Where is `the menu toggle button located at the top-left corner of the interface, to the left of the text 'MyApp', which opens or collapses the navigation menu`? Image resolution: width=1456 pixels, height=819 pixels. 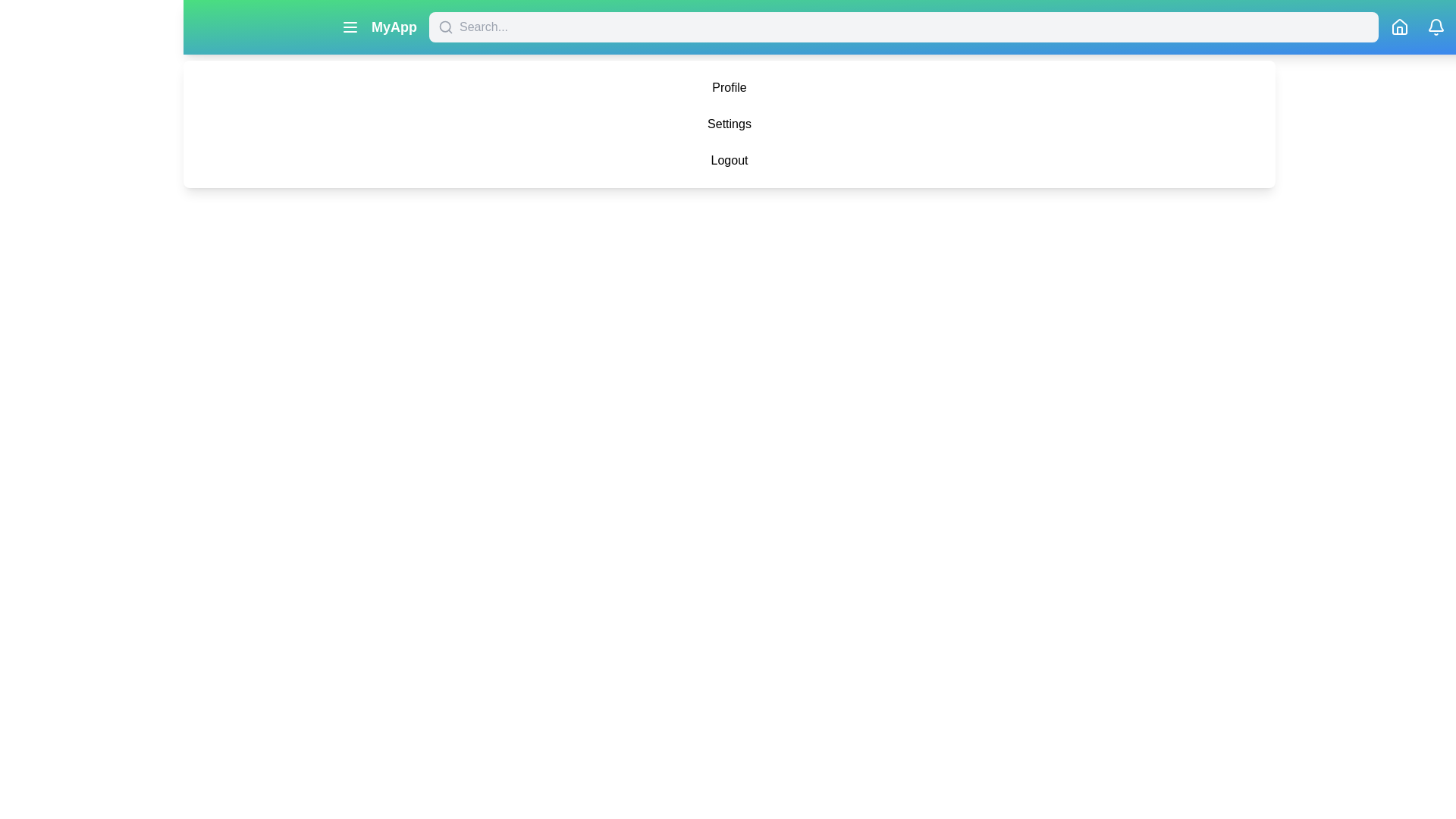 the menu toggle button located at the top-left corner of the interface, to the left of the text 'MyApp', which opens or collapses the navigation menu is located at coordinates (349, 27).